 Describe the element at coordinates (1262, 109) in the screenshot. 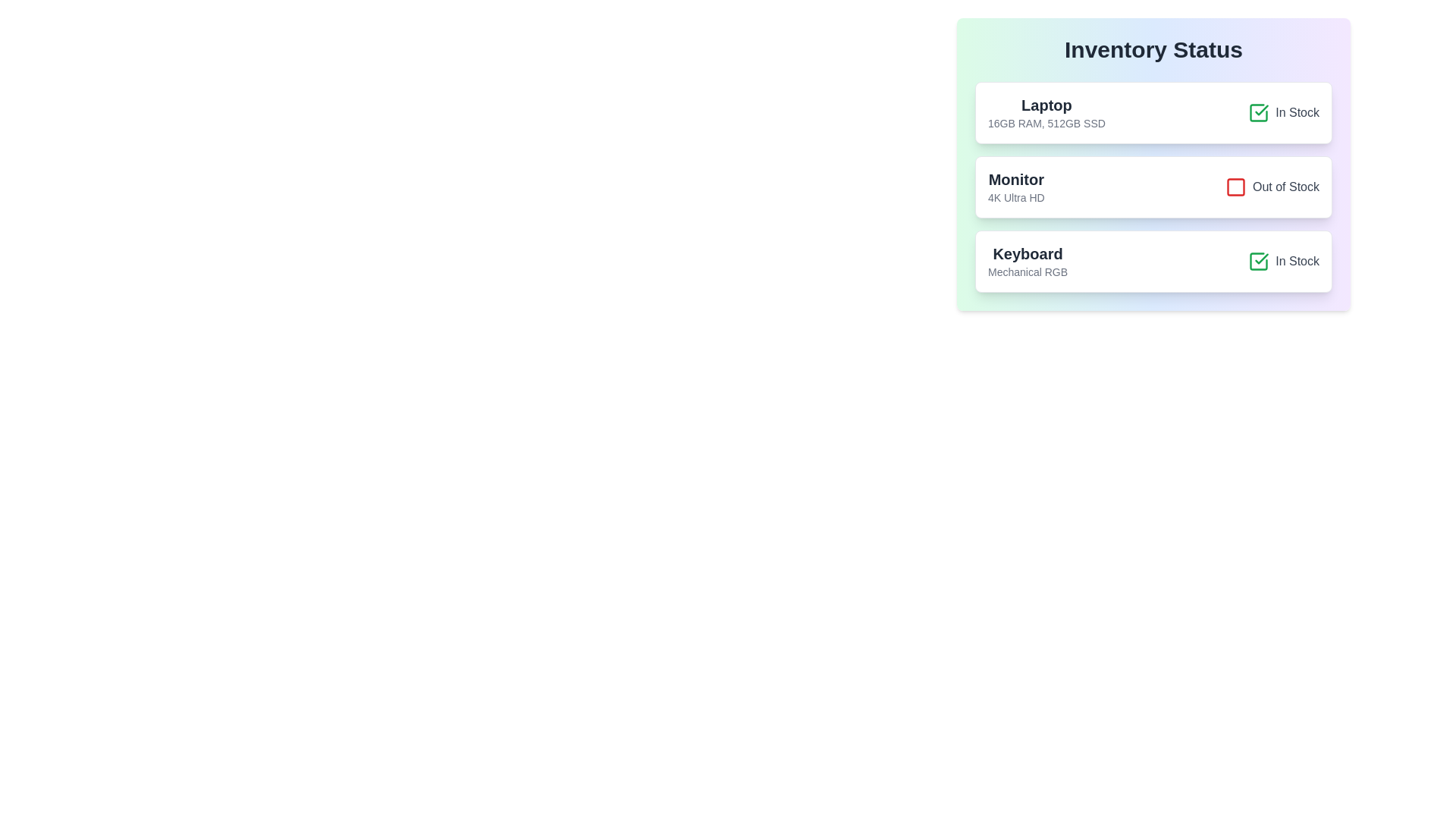

I see `the checkmark icon indicating the stock status of the 'Keyboard' item, which is located in the third row of the inventory list, aligned to the right of the 'In Stock' label` at that location.